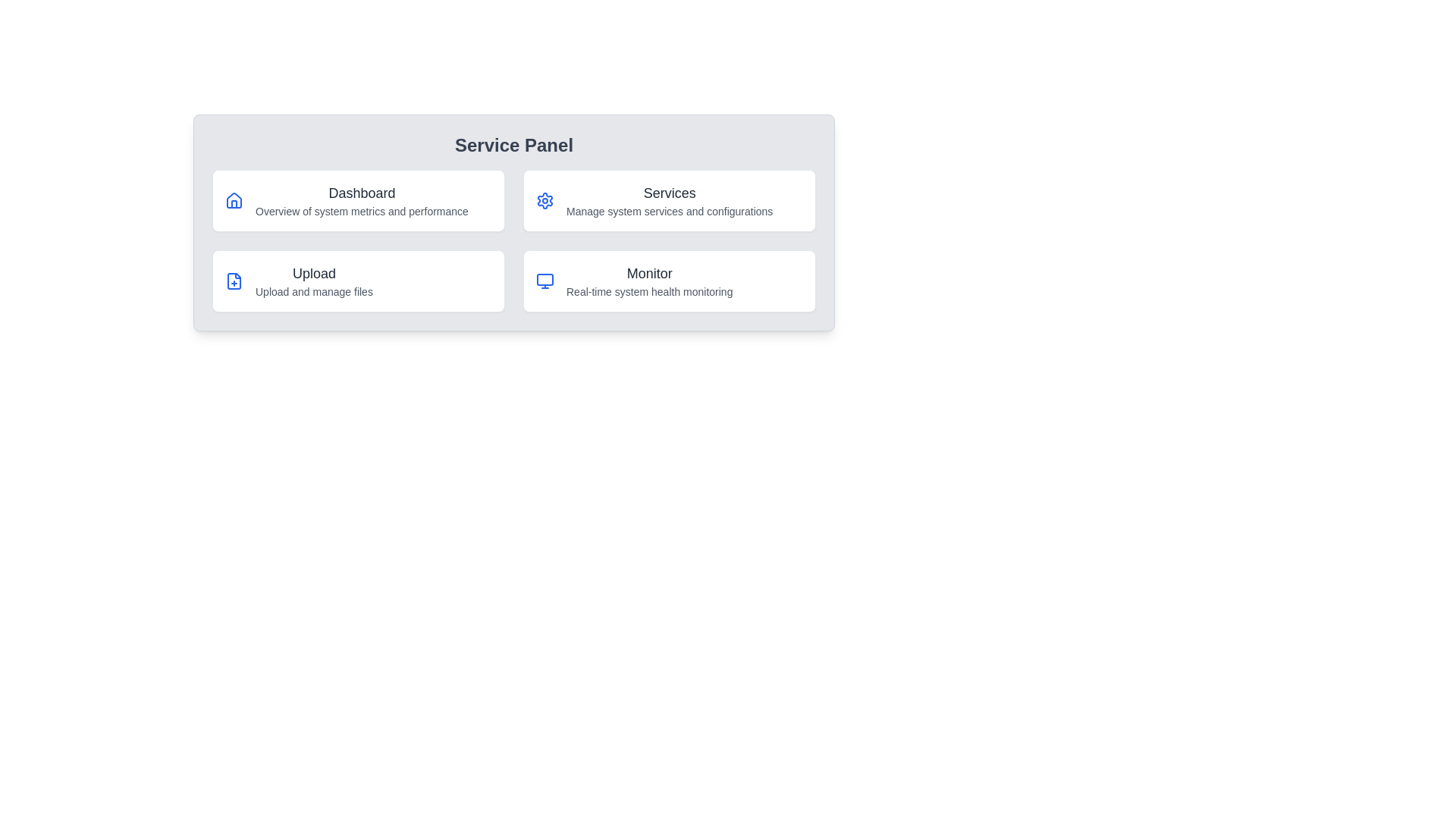 The height and width of the screenshot is (819, 1456). Describe the element at coordinates (545, 281) in the screenshot. I see `the Monitor service icon located in the bottom-right corner of the Service Panel, positioned left of the text description` at that location.